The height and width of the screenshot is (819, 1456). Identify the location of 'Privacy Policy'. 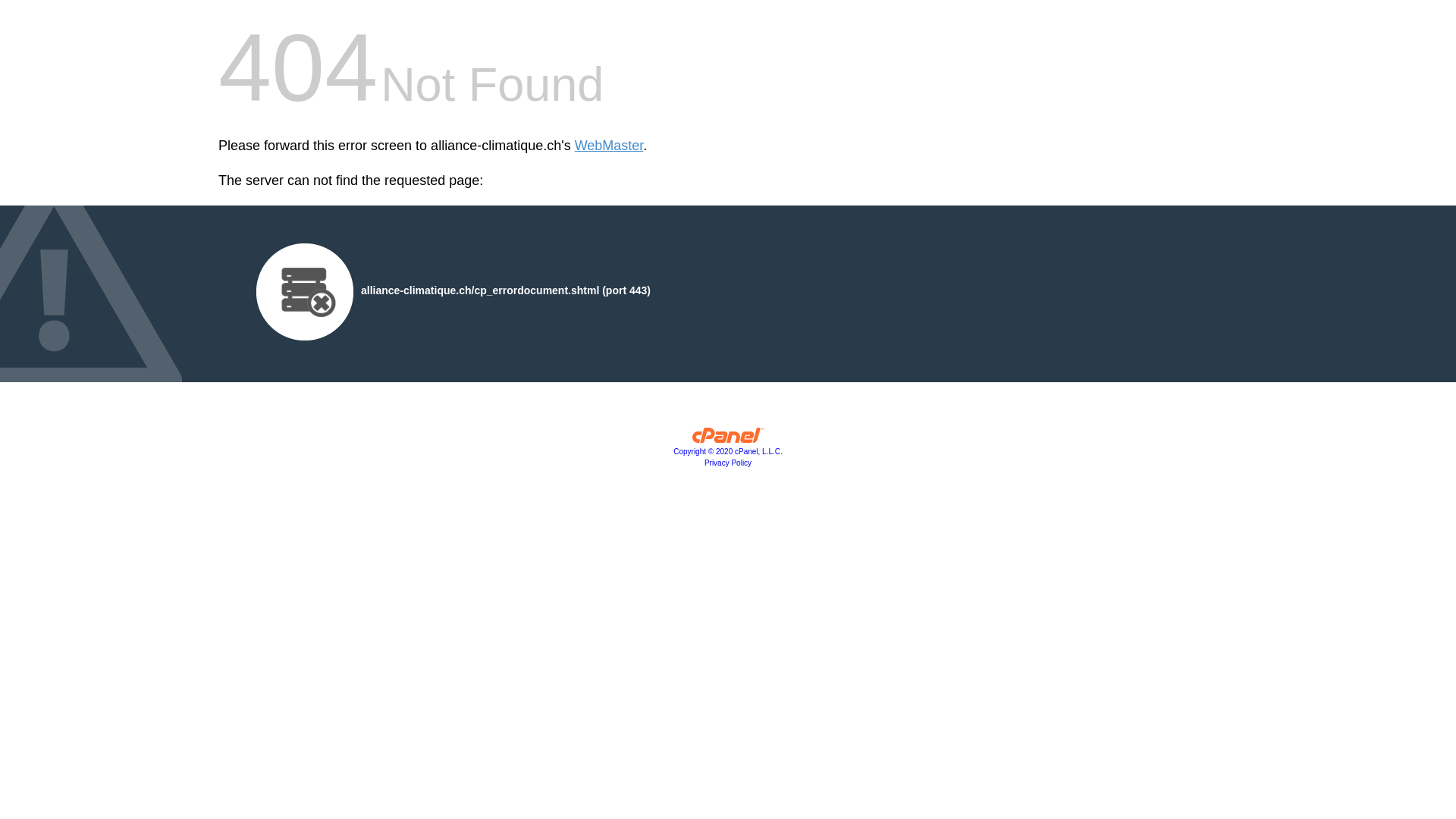
(728, 462).